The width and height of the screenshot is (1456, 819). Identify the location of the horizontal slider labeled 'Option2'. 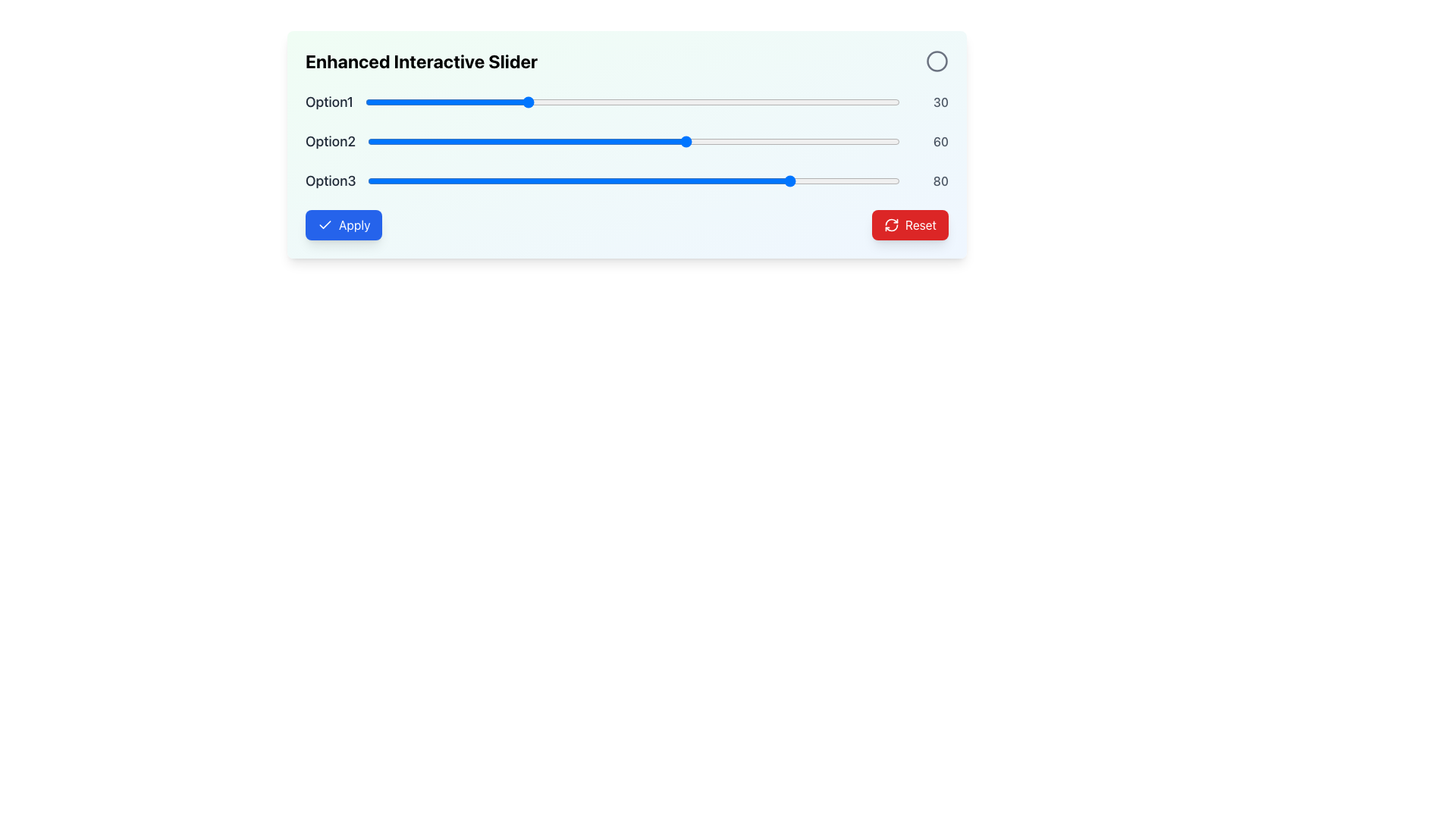
(626, 141).